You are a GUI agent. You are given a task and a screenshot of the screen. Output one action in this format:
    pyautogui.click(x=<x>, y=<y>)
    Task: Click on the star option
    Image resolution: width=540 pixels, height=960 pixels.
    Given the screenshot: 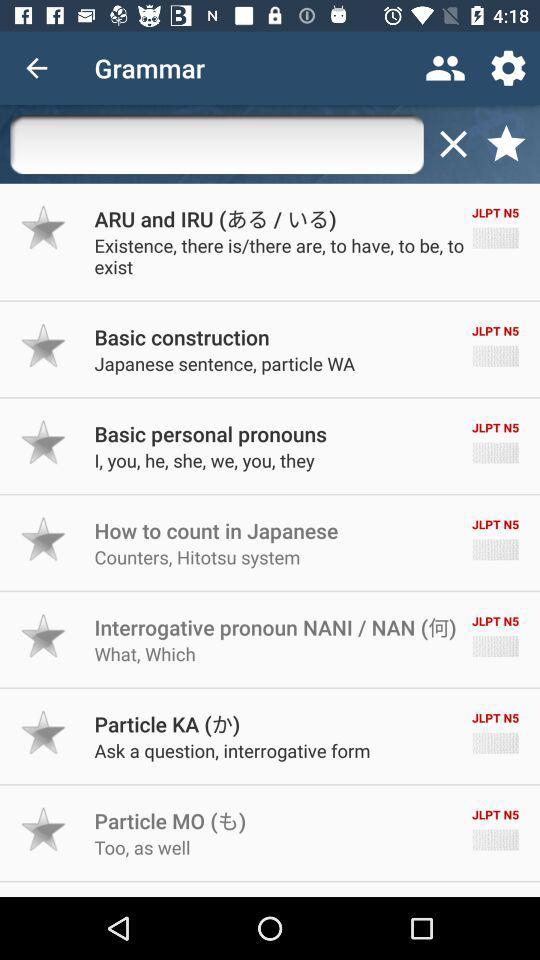 What is the action you would take?
    pyautogui.click(x=44, y=345)
    